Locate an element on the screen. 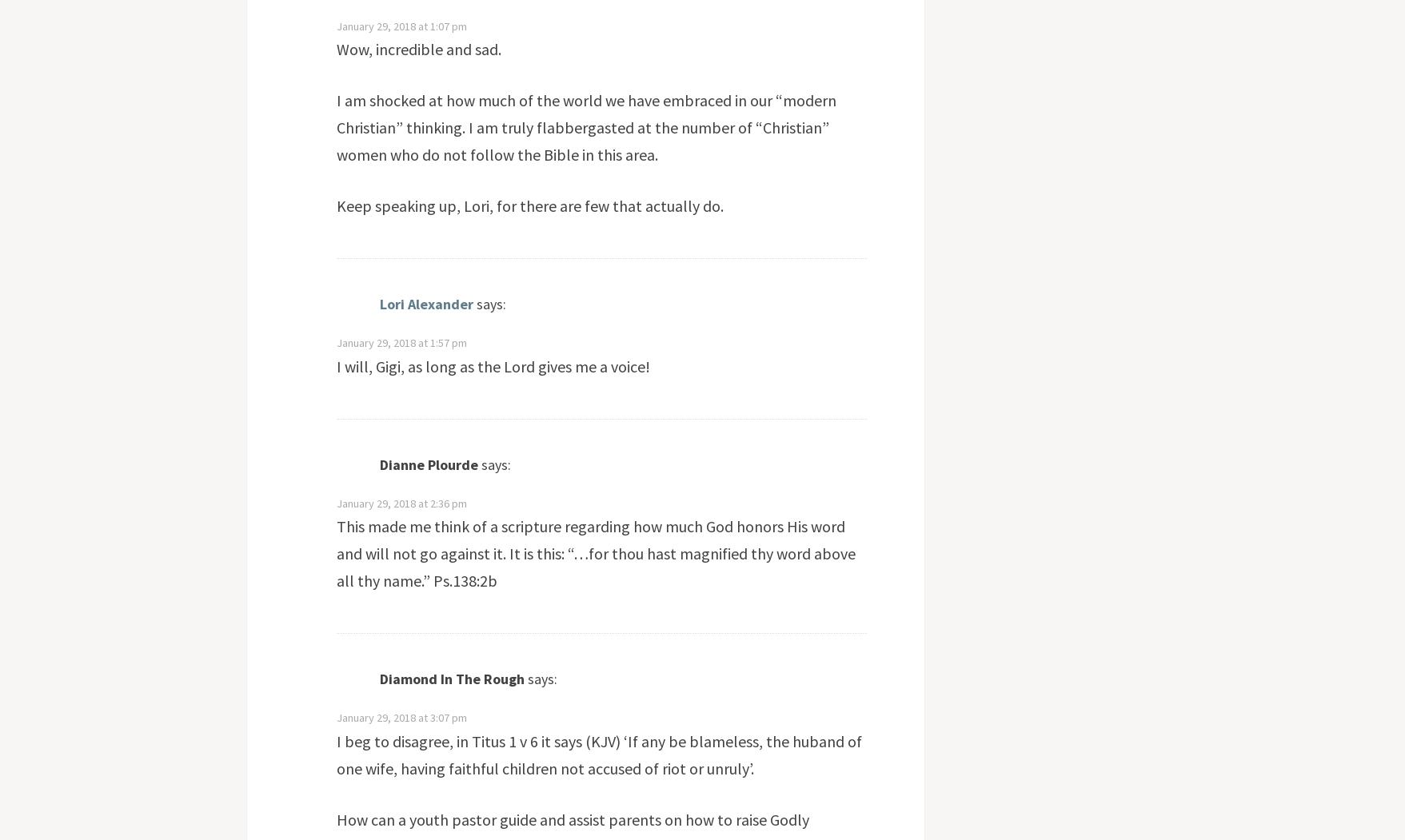  'January 29, 2018 at 1:07 pm' is located at coordinates (400, 25).